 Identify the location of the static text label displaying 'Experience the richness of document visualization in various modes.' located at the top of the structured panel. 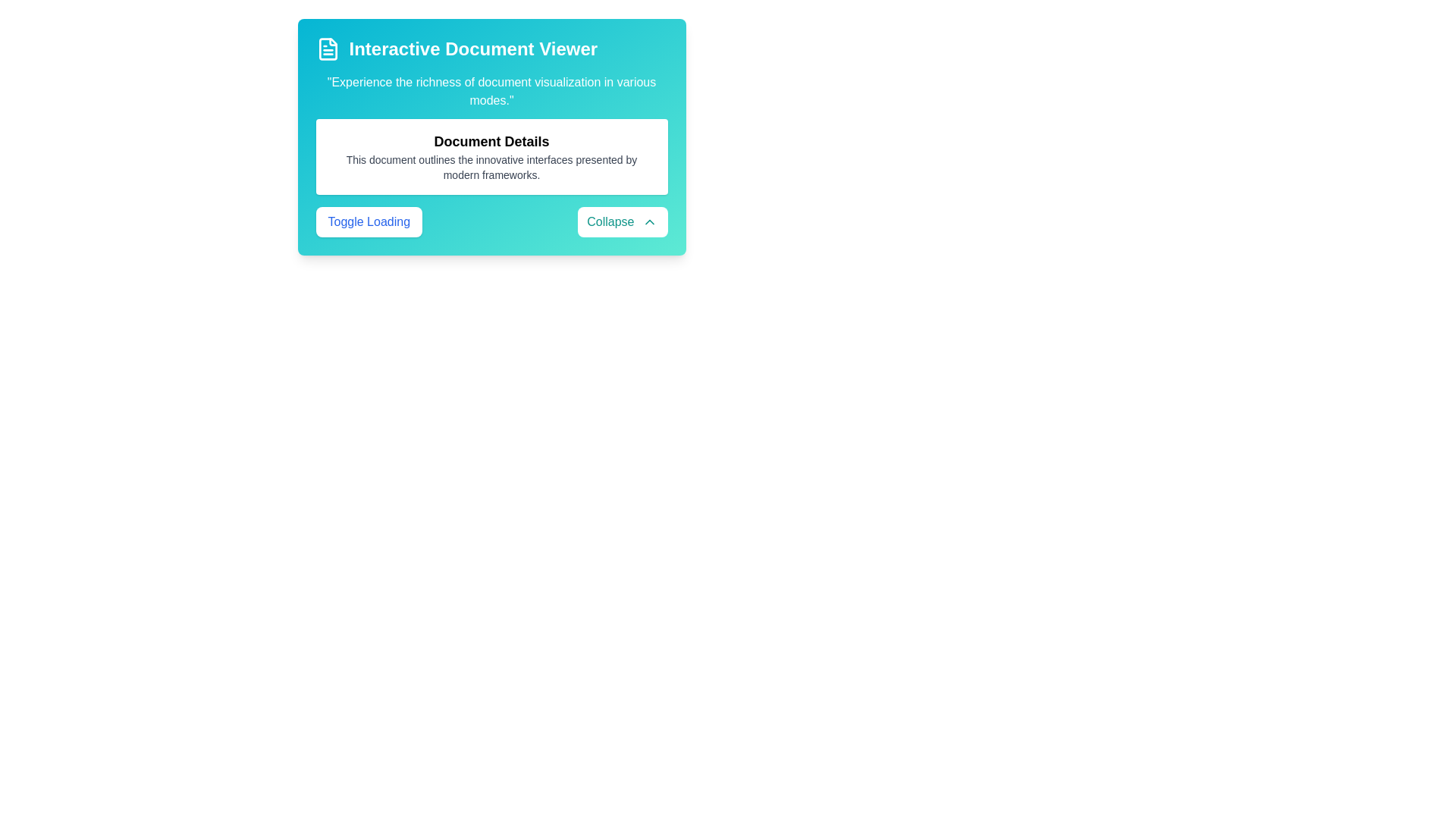
(491, 91).